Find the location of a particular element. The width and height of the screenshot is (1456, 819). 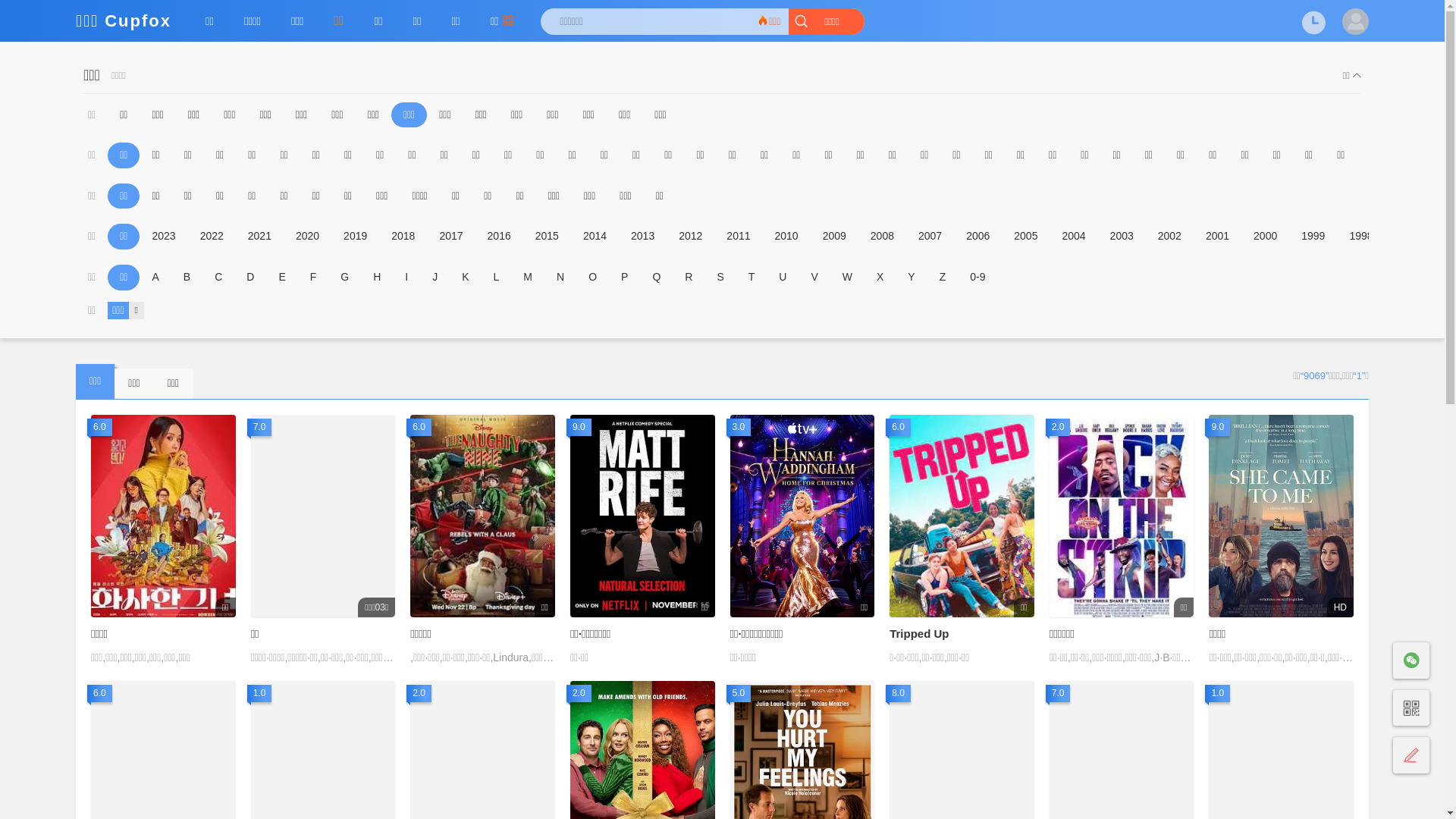

'2007' is located at coordinates (929, 237).